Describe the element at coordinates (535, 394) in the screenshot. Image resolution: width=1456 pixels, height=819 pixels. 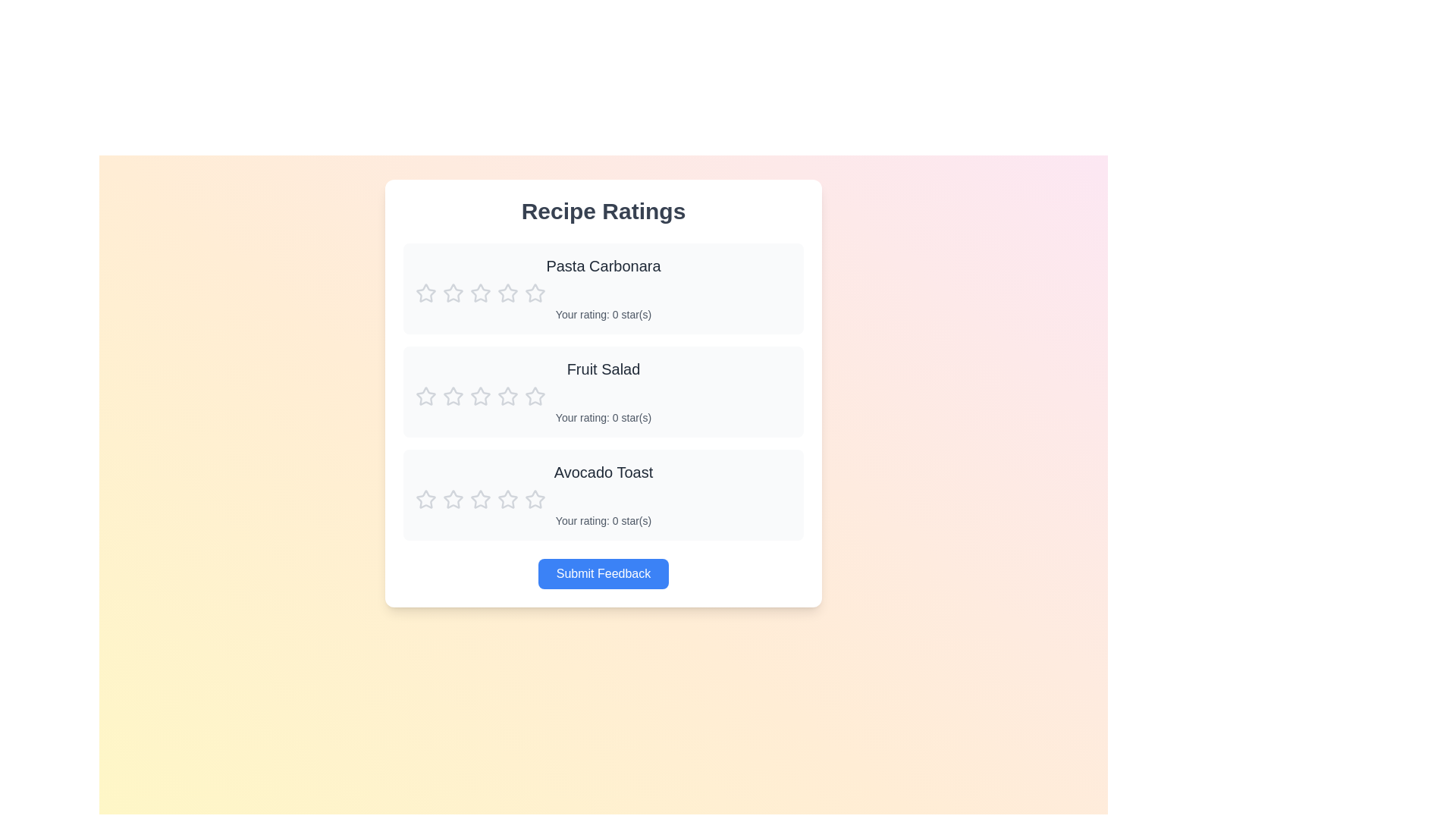
I see `the fourth star in the rating selection tool for the 'Fruit Salad' category` at that location.